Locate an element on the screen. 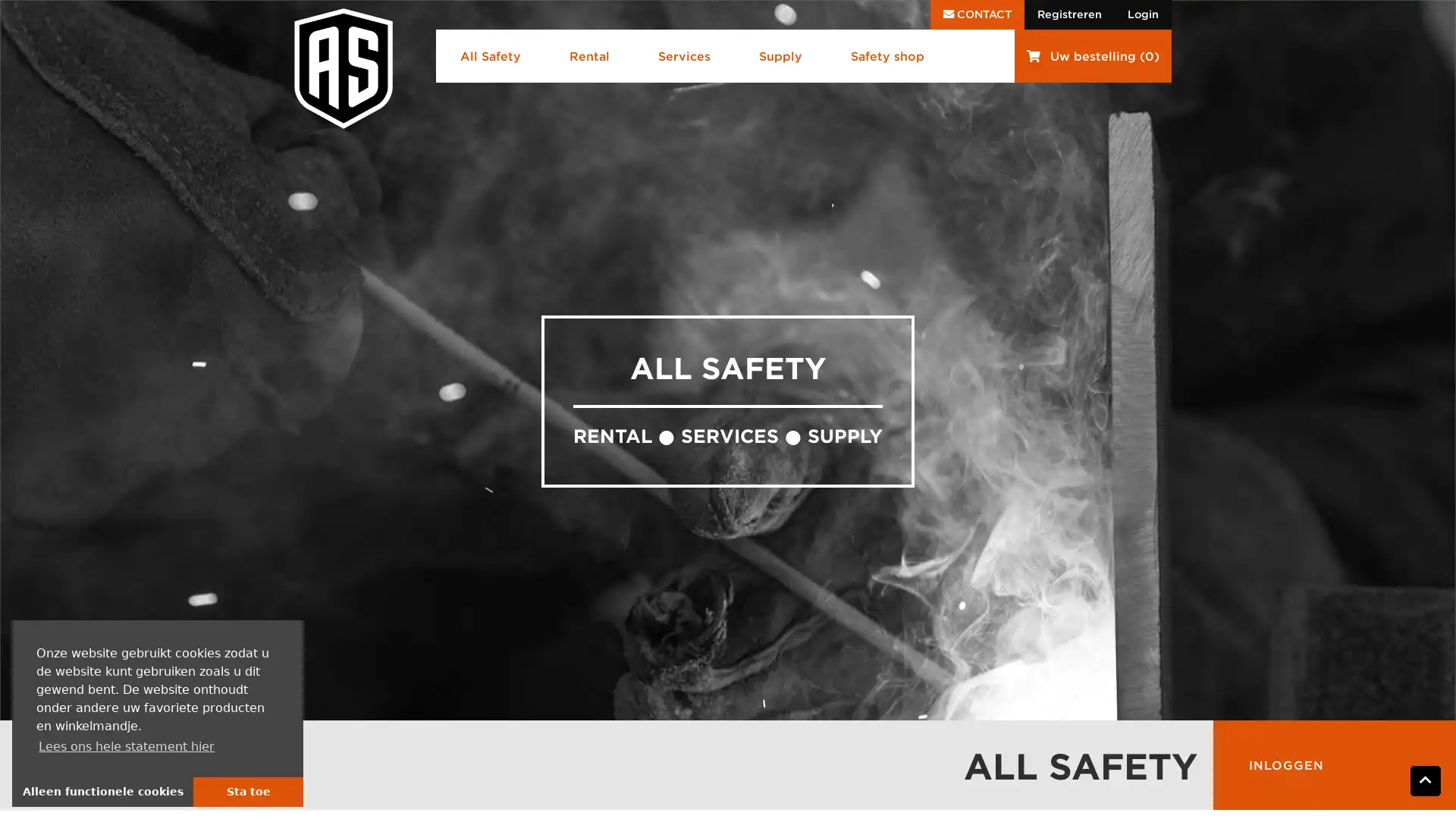  deny cookies is located at coordinates (102, 791).